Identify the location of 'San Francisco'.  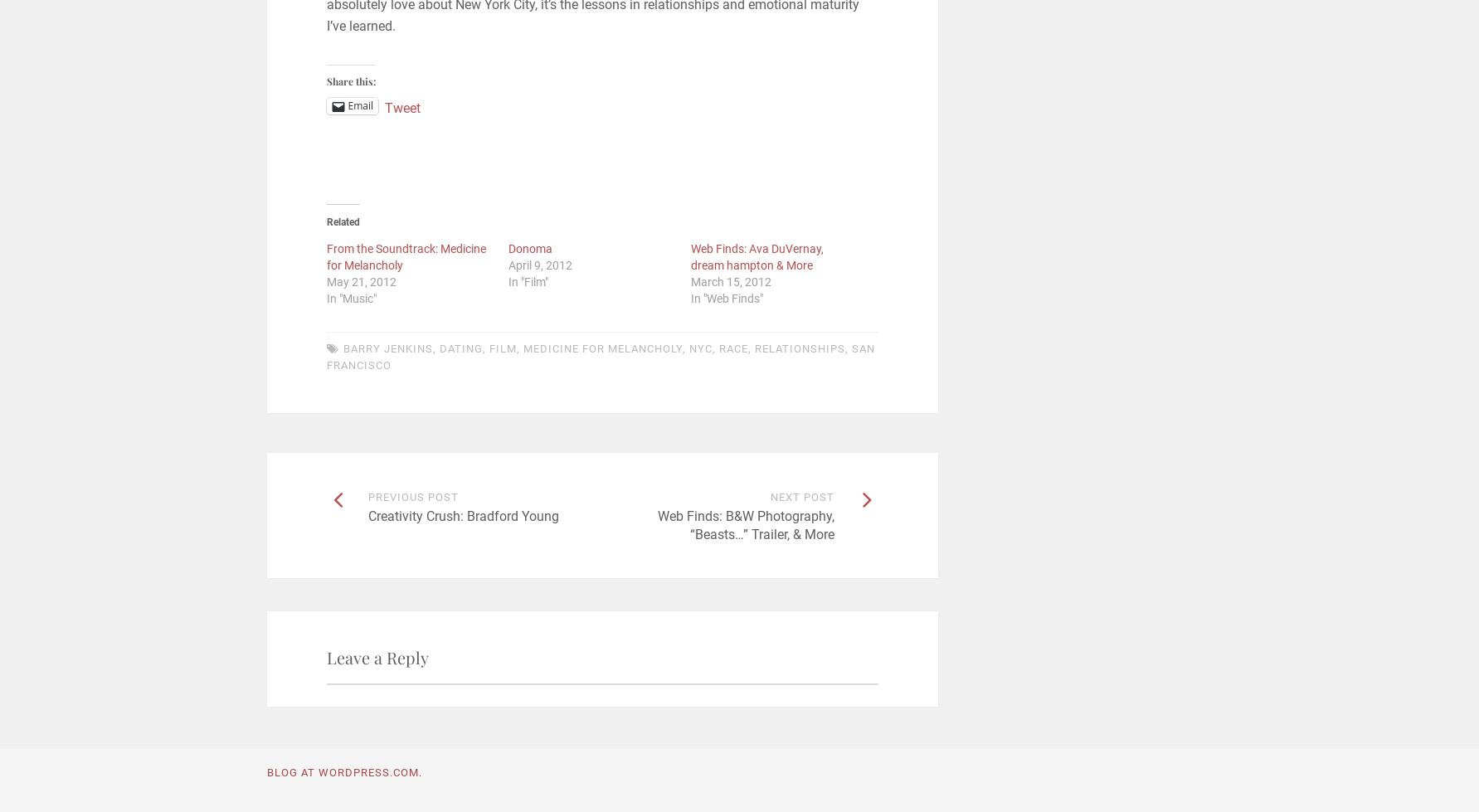
(599, 356).